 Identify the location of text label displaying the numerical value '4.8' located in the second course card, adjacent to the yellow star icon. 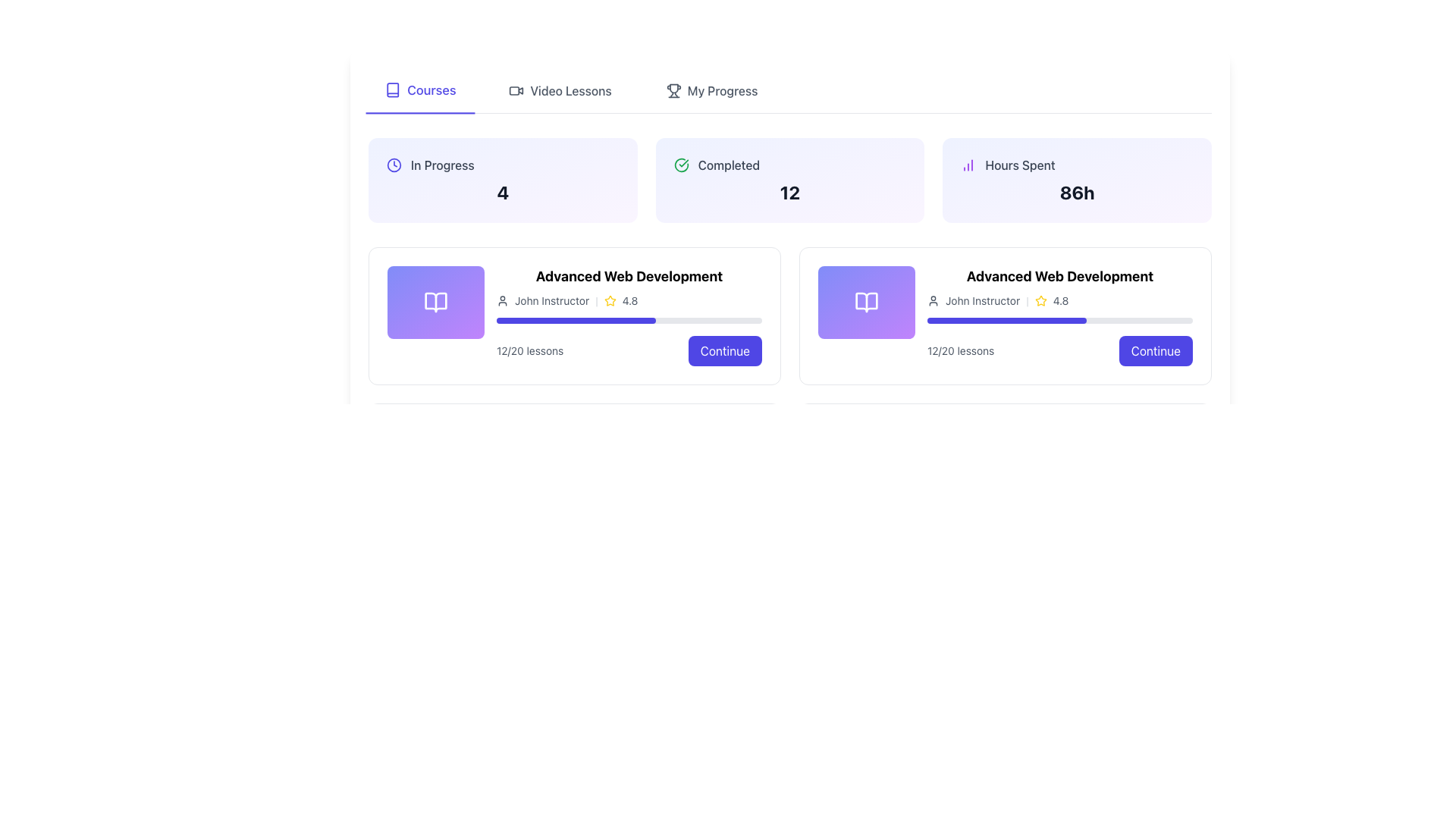
(1060, 301).